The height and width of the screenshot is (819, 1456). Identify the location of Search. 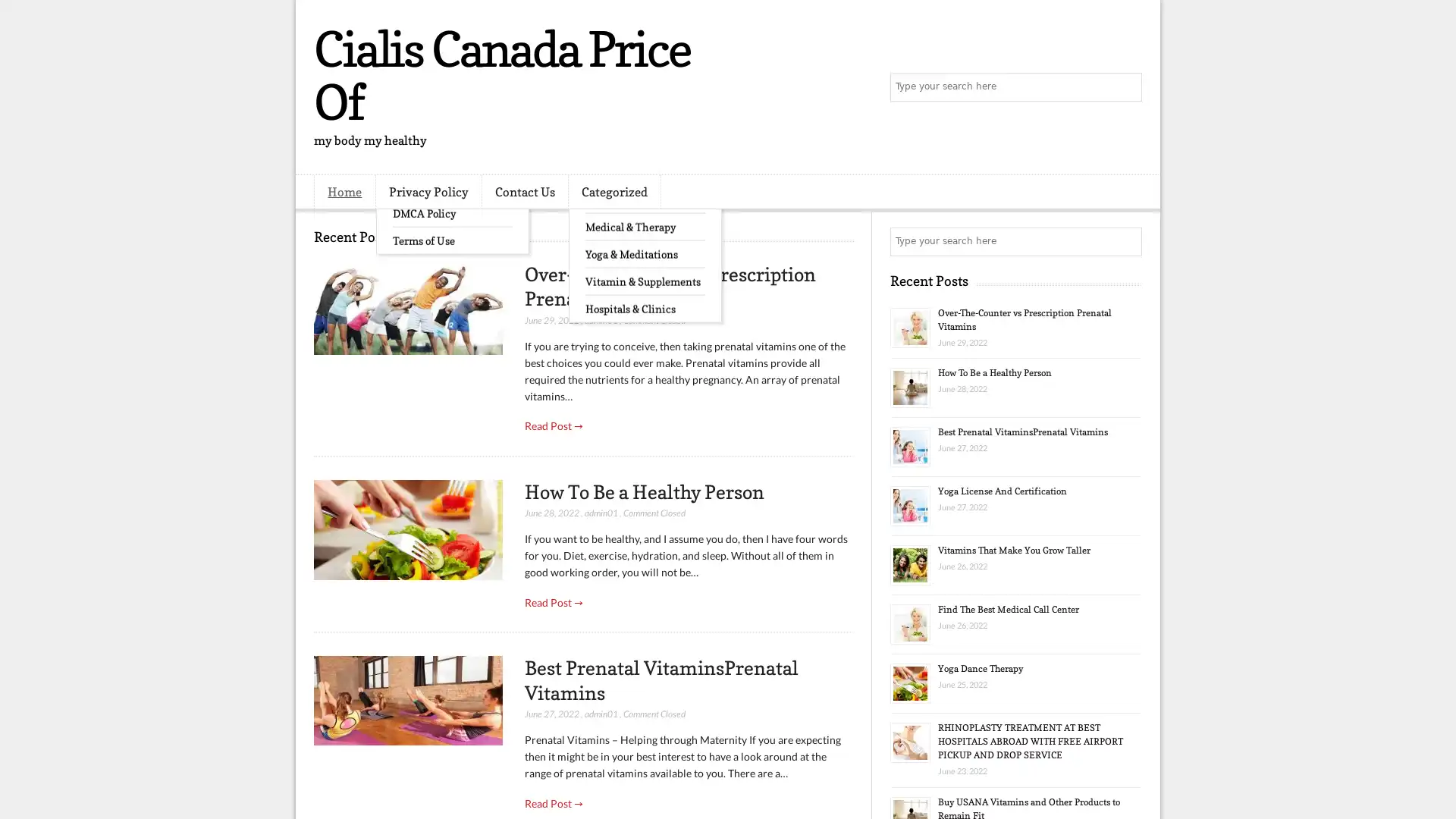
(1126, 87).